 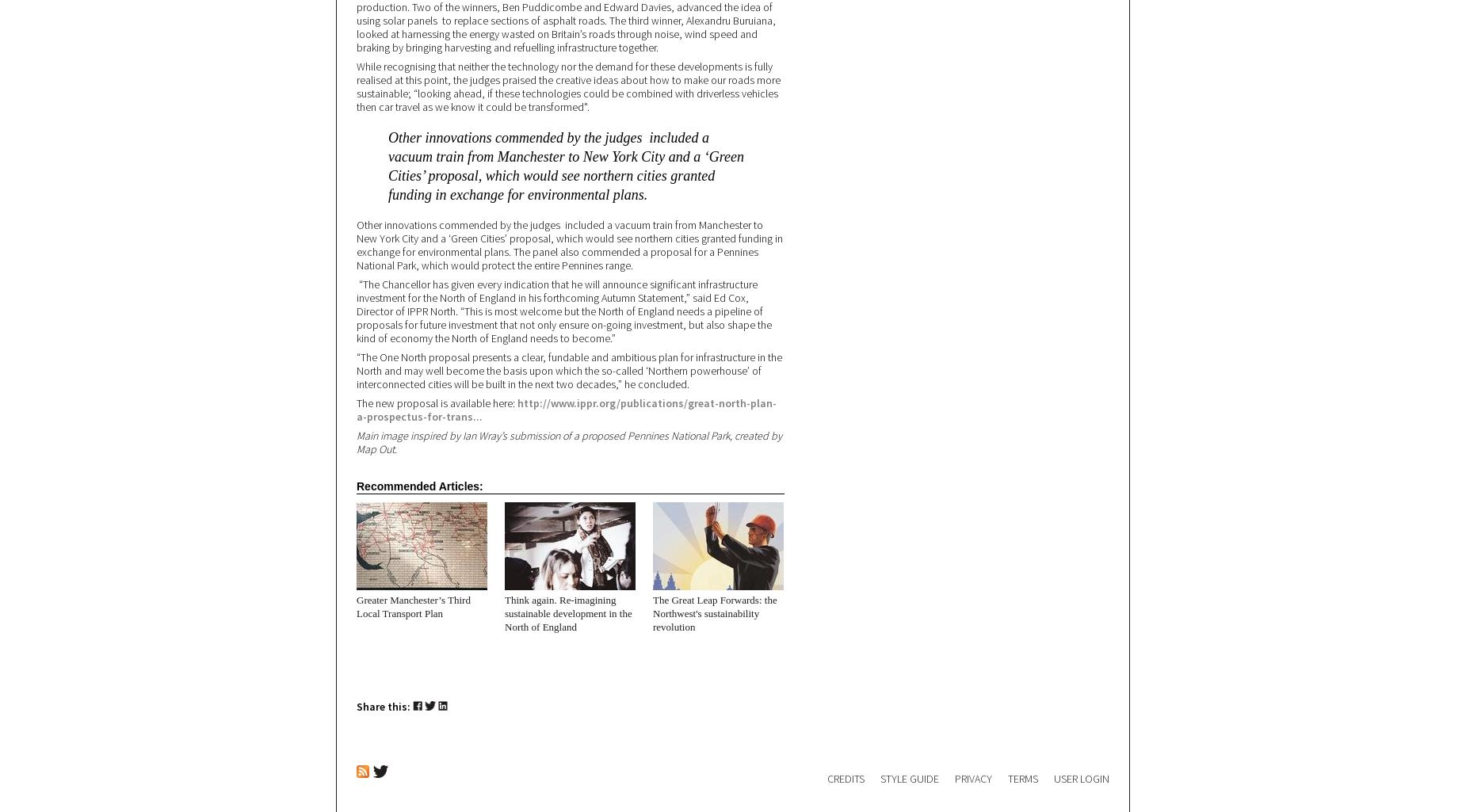 I want to click on '“The One North proposal presents a clear, fundable and ambitious plan for infrastructure in the North and may well become the basis upon which the so-called ‘Northern powerhouse’ of interconnected cities will be built in the next two decades,” he concluded.', so click(x=569, y=371).